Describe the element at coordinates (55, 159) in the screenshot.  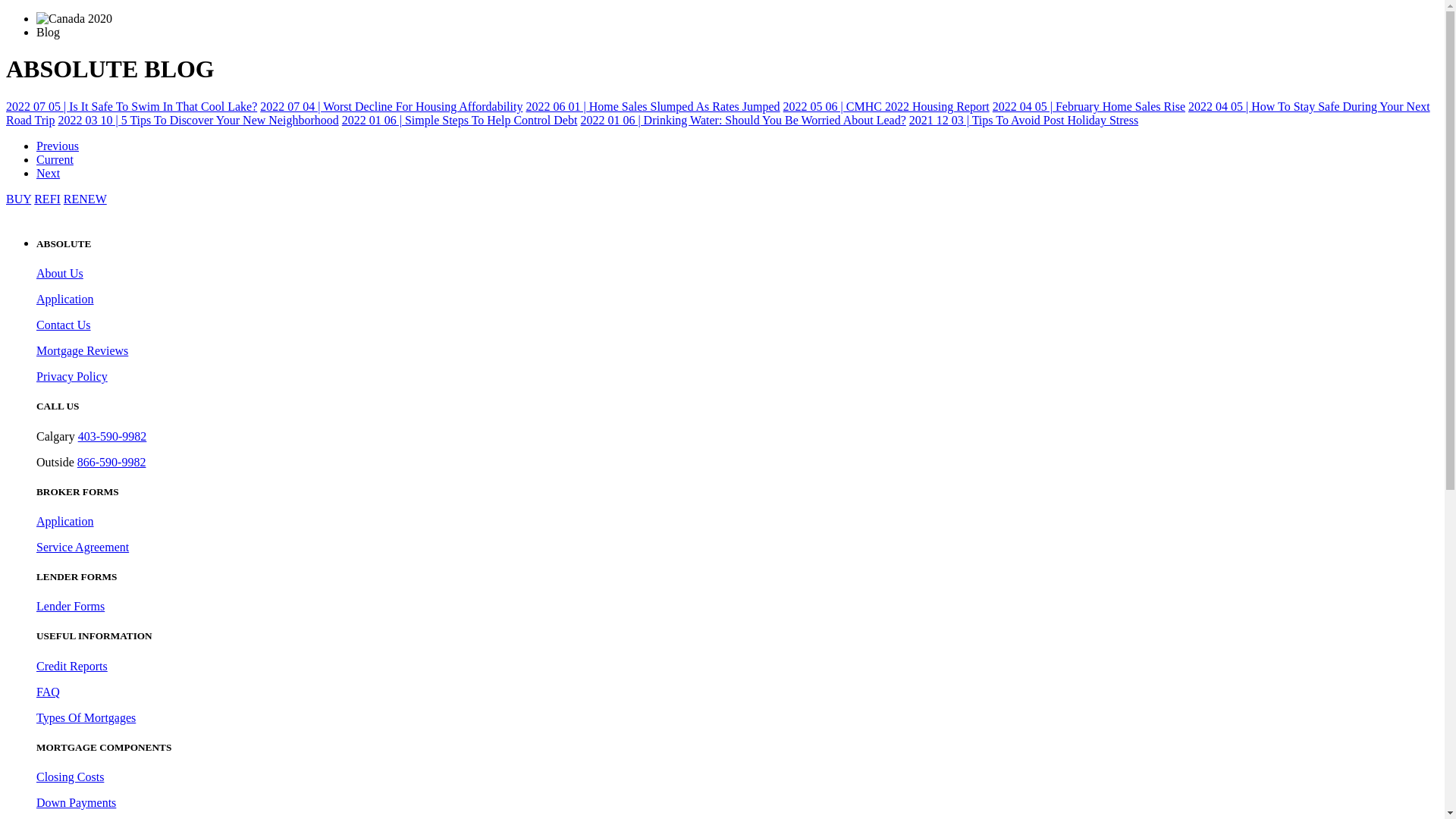
I see `'Current'` at that location.